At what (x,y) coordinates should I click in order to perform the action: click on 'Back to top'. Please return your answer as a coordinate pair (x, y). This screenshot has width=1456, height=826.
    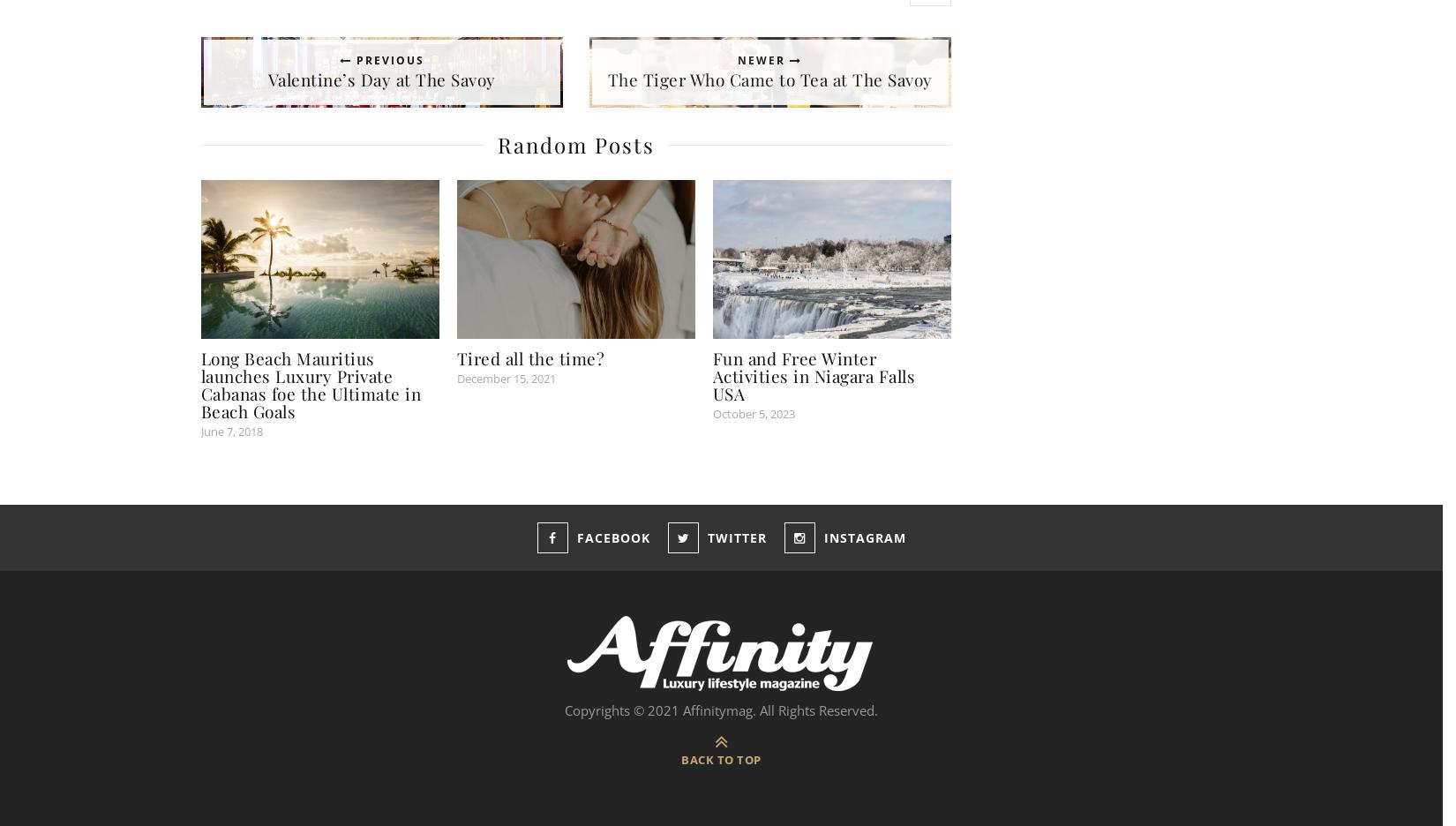
    Looking at the image, I should click on (720, 757).